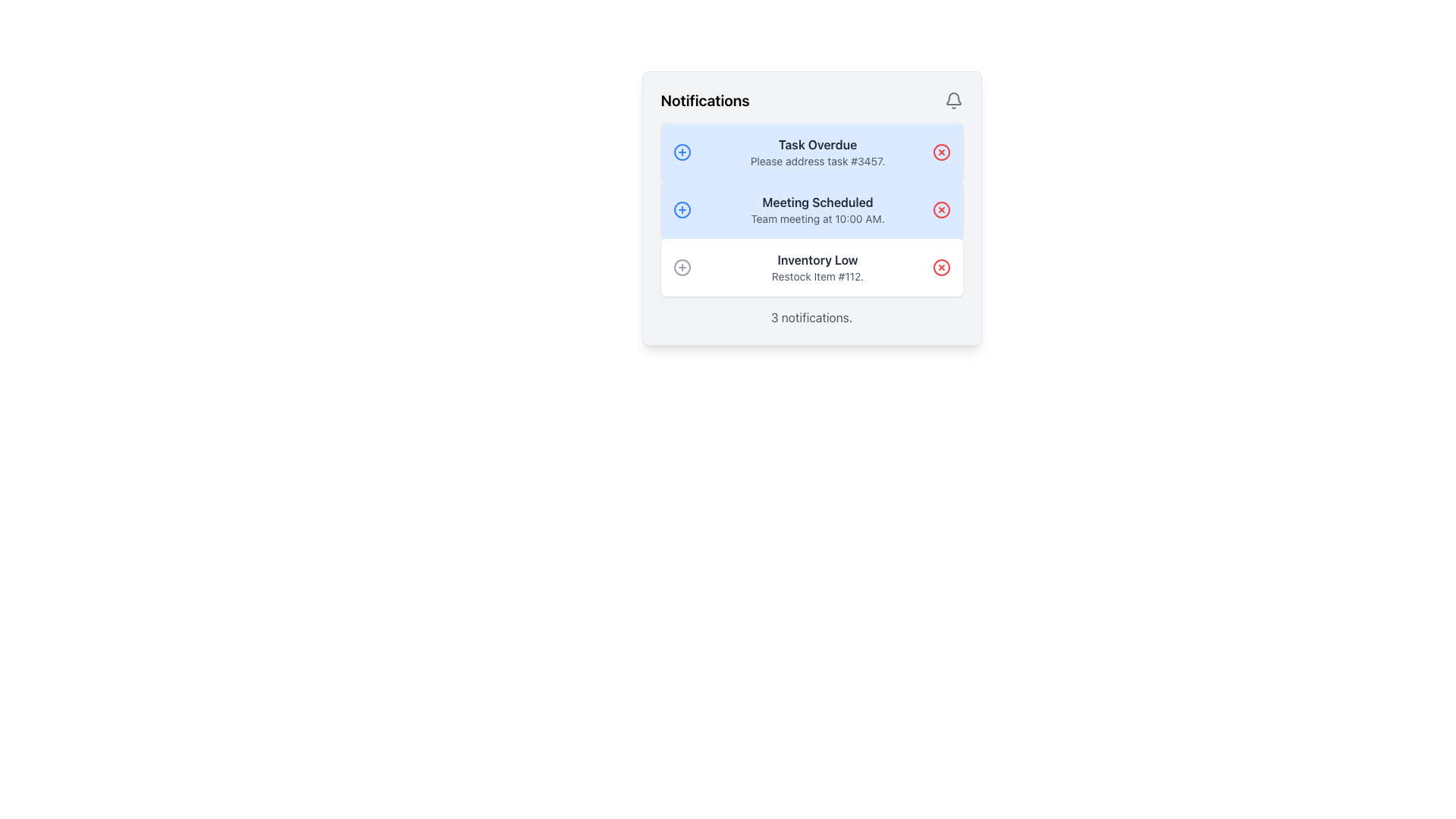  What do you see at coordinates (681, 152) in the screenshot?
I see `the circular icon in the notification section that represents the first notification entry for 'Task Overdue'` at bounding box center [681, 152].